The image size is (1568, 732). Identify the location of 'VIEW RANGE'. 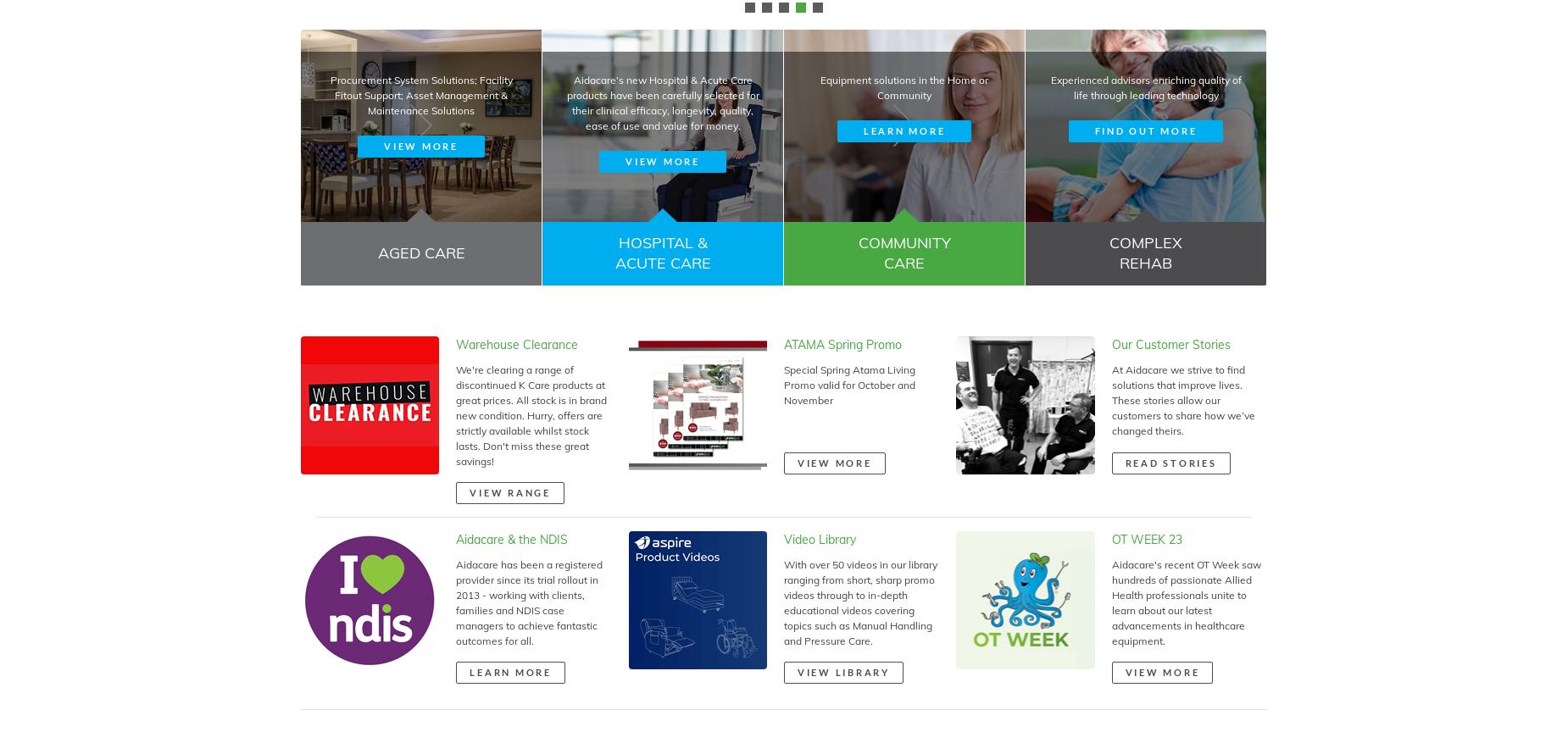
(470, 491).